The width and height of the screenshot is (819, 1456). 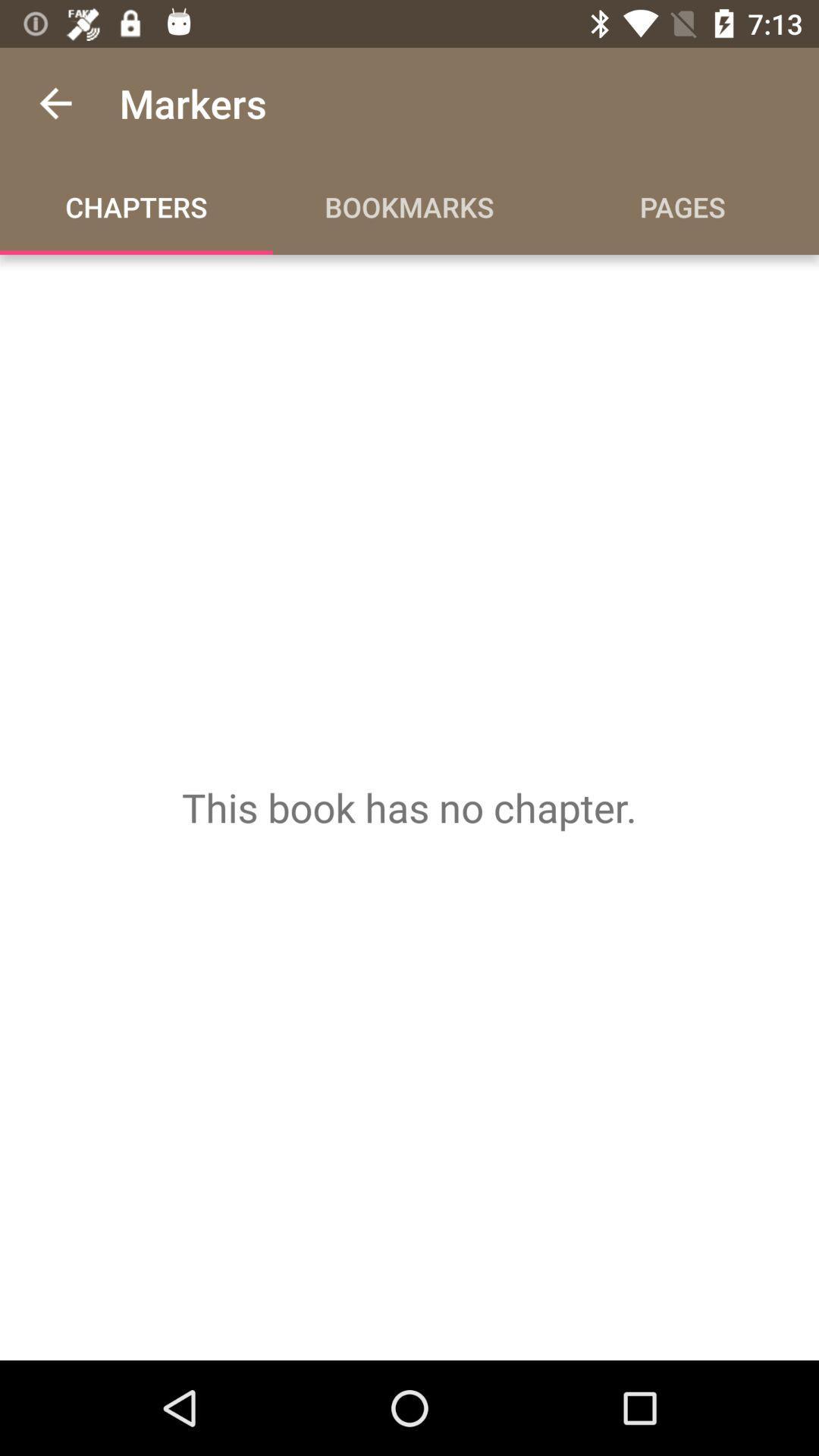 I want to click on the icon above chapters, so click(x=55, y=102).